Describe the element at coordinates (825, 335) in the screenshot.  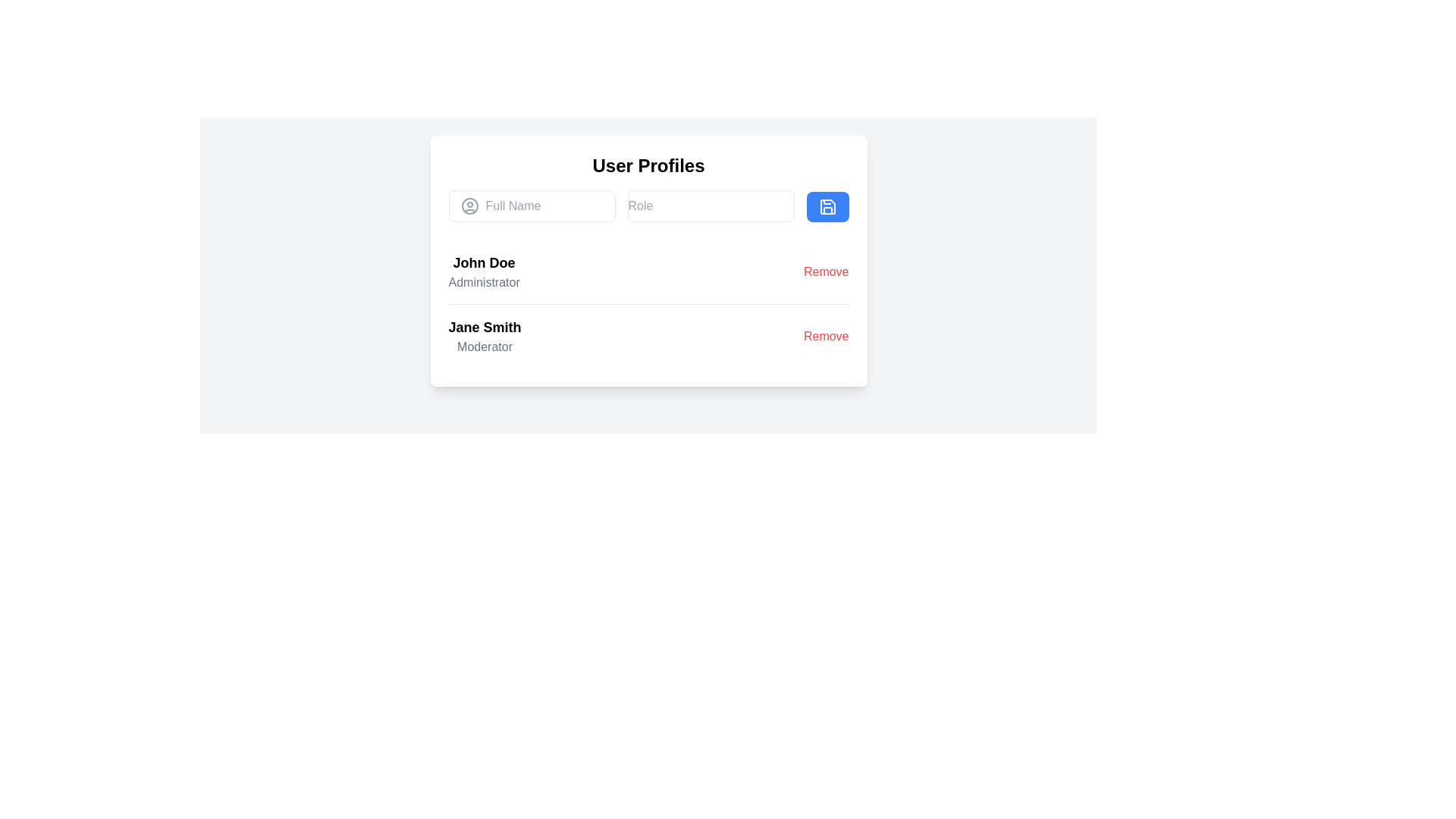
I see `the red-colored 'Remove' text link located at the far right of the user details row for 'Jane Smith' and 'Moderator'` at that location.